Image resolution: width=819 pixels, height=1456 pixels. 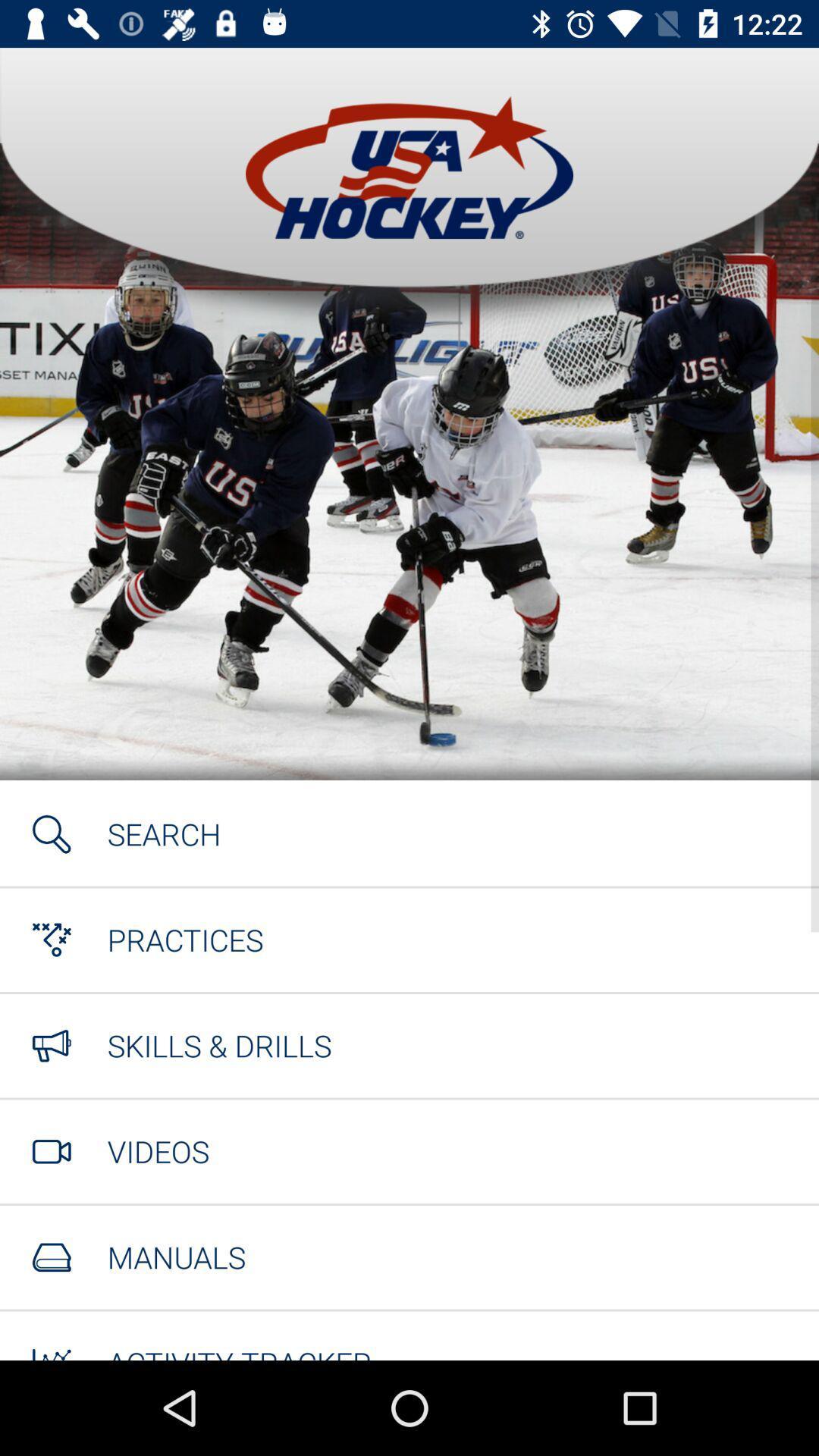 I want to click on manuals icon, so click(x=175, y=1257).